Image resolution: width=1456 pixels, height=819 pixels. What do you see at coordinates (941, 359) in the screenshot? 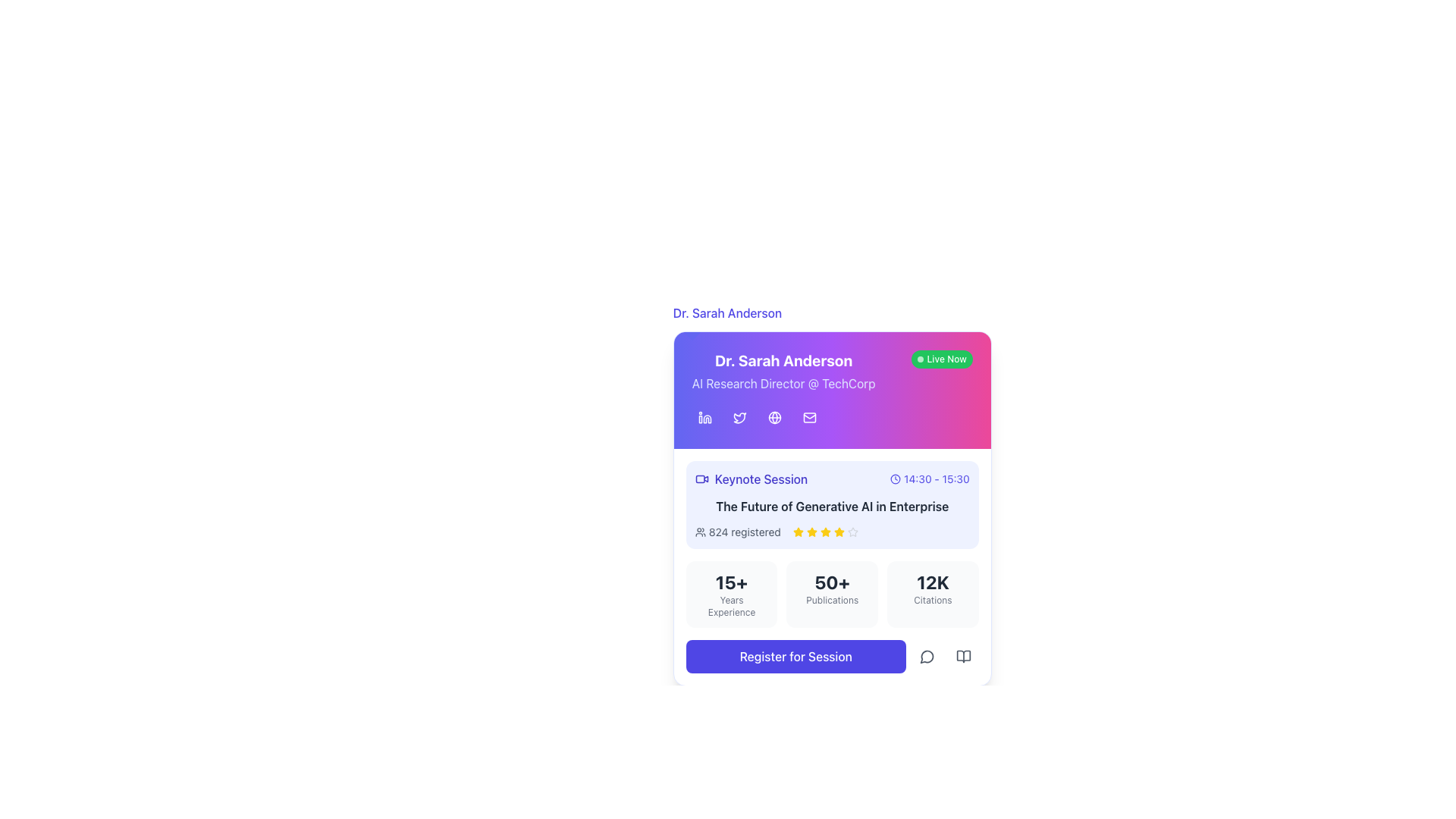
I see `the live status label located in the top-right corner of the card representing Dr. Sarah Anderson, indicating live content` at bounding box center [941, 359].